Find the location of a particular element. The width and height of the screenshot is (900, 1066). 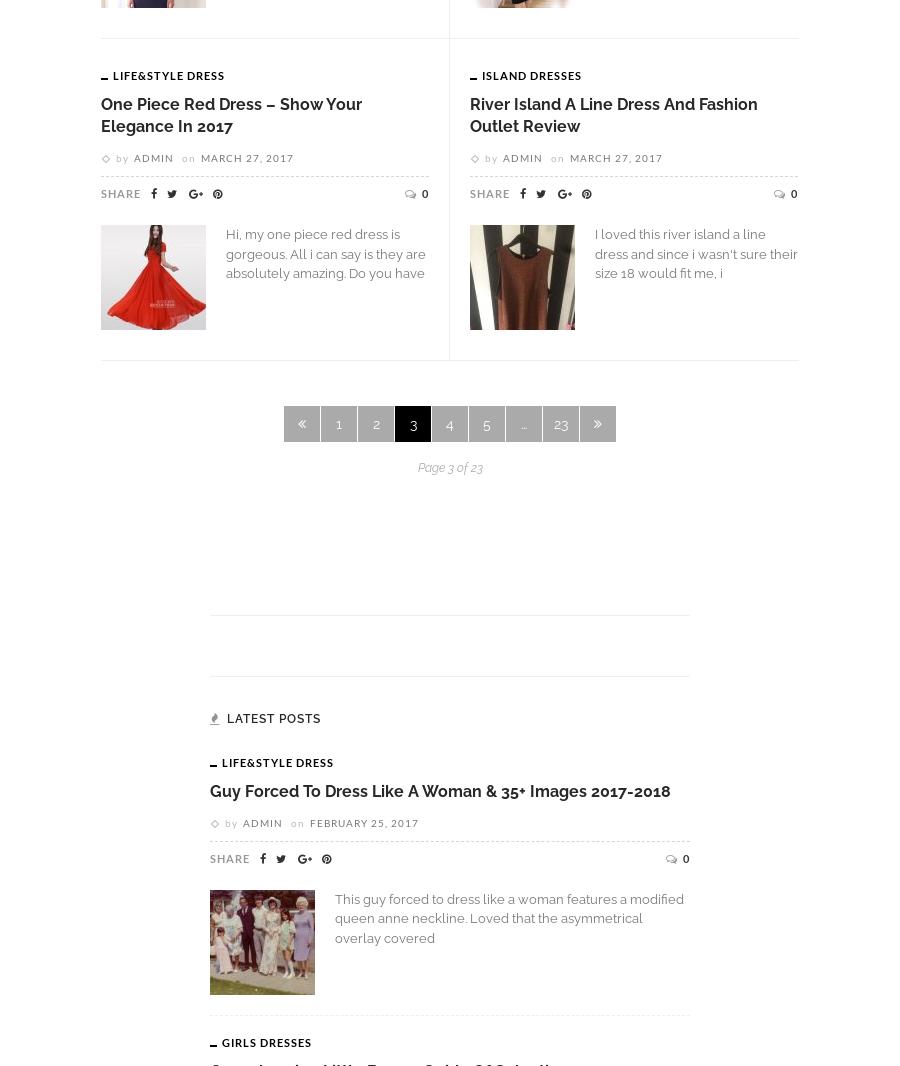

'3' is located at coordinates (412, 423).